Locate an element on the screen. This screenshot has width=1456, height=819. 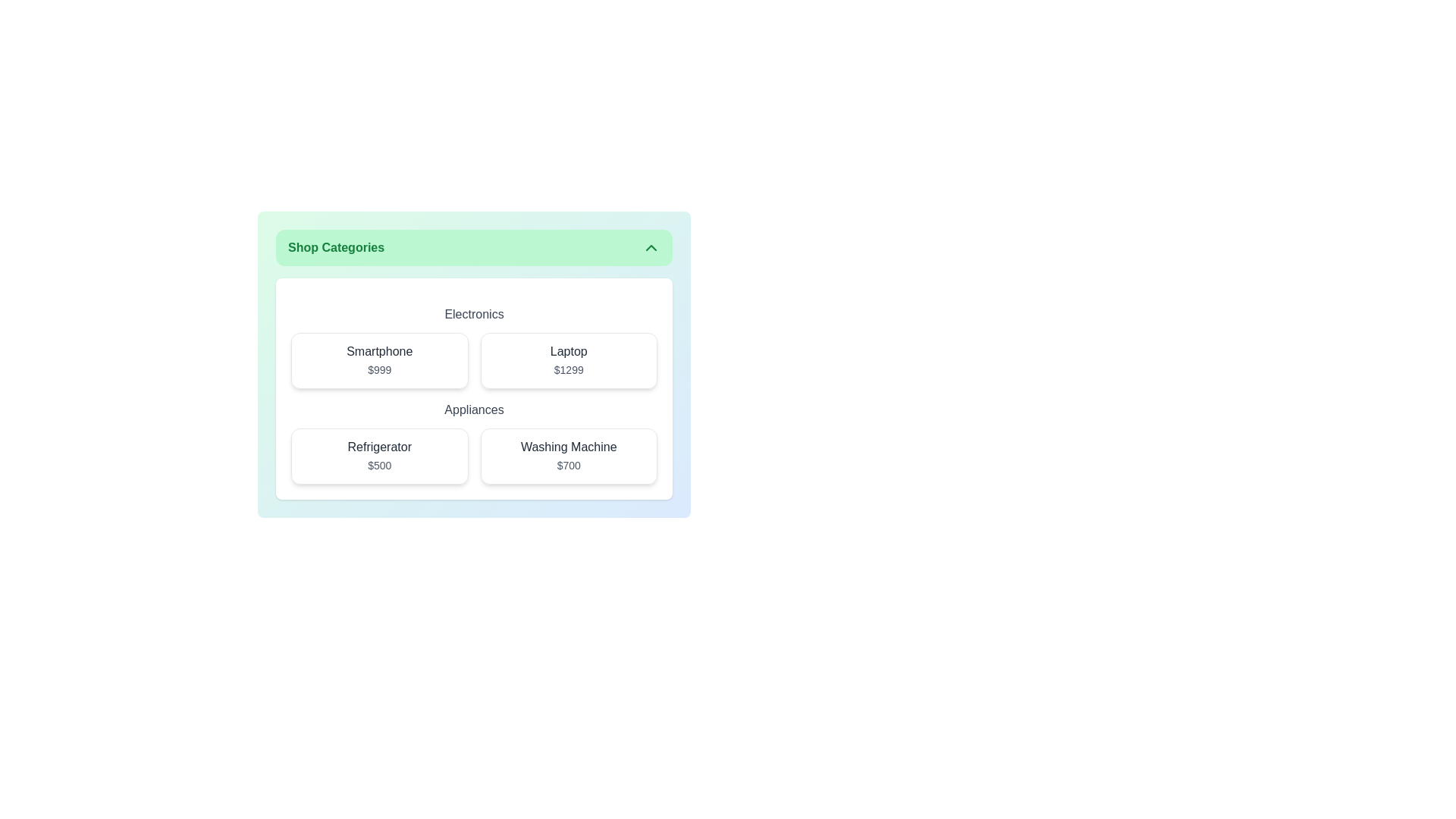
the price label for the smartphone located below the 'Smartphone' text in the upper-left area of the main content grid is located at coordinates (379, 370).